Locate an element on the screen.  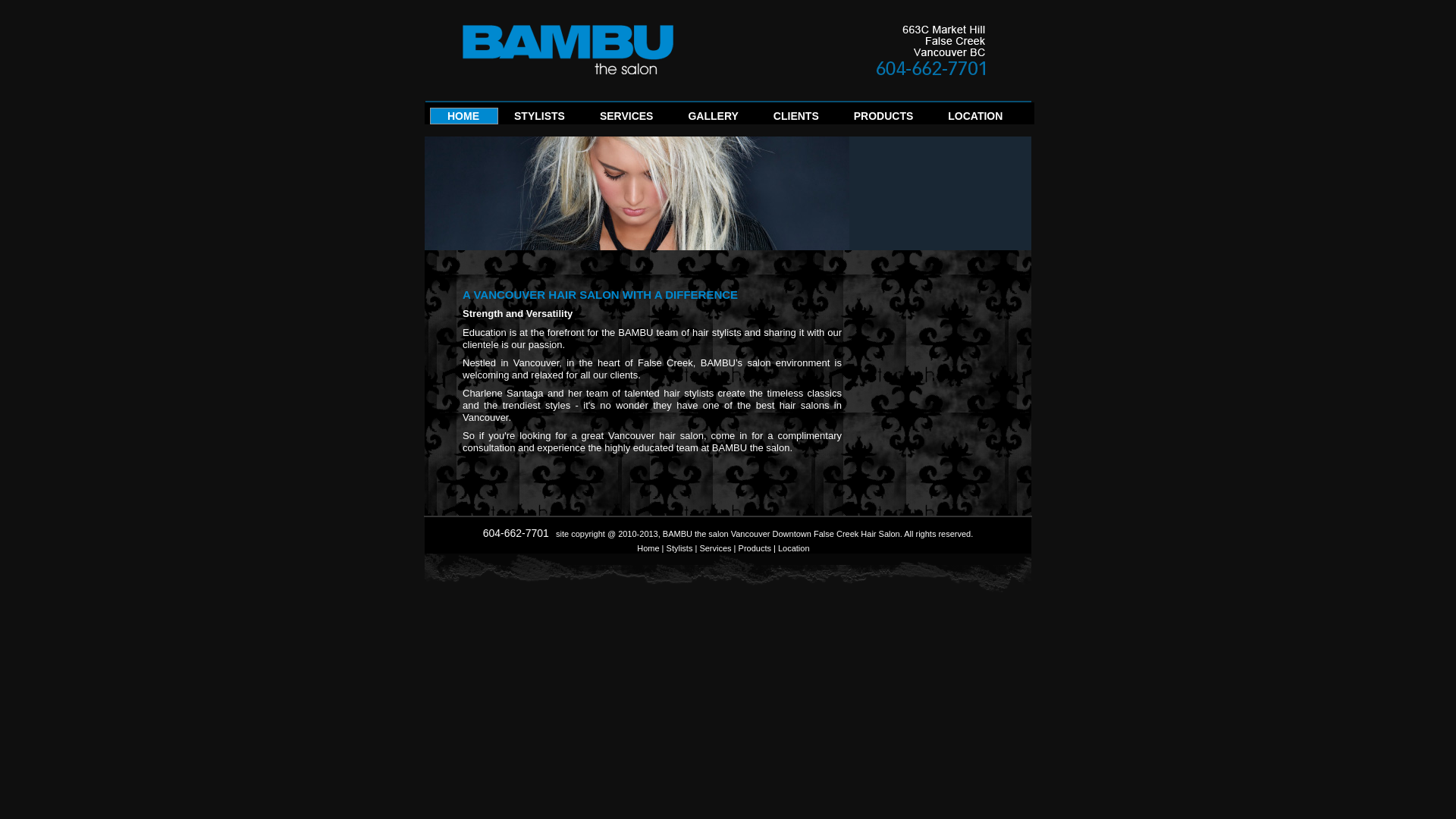
'Stylists' is located at coordinates (666, 548).